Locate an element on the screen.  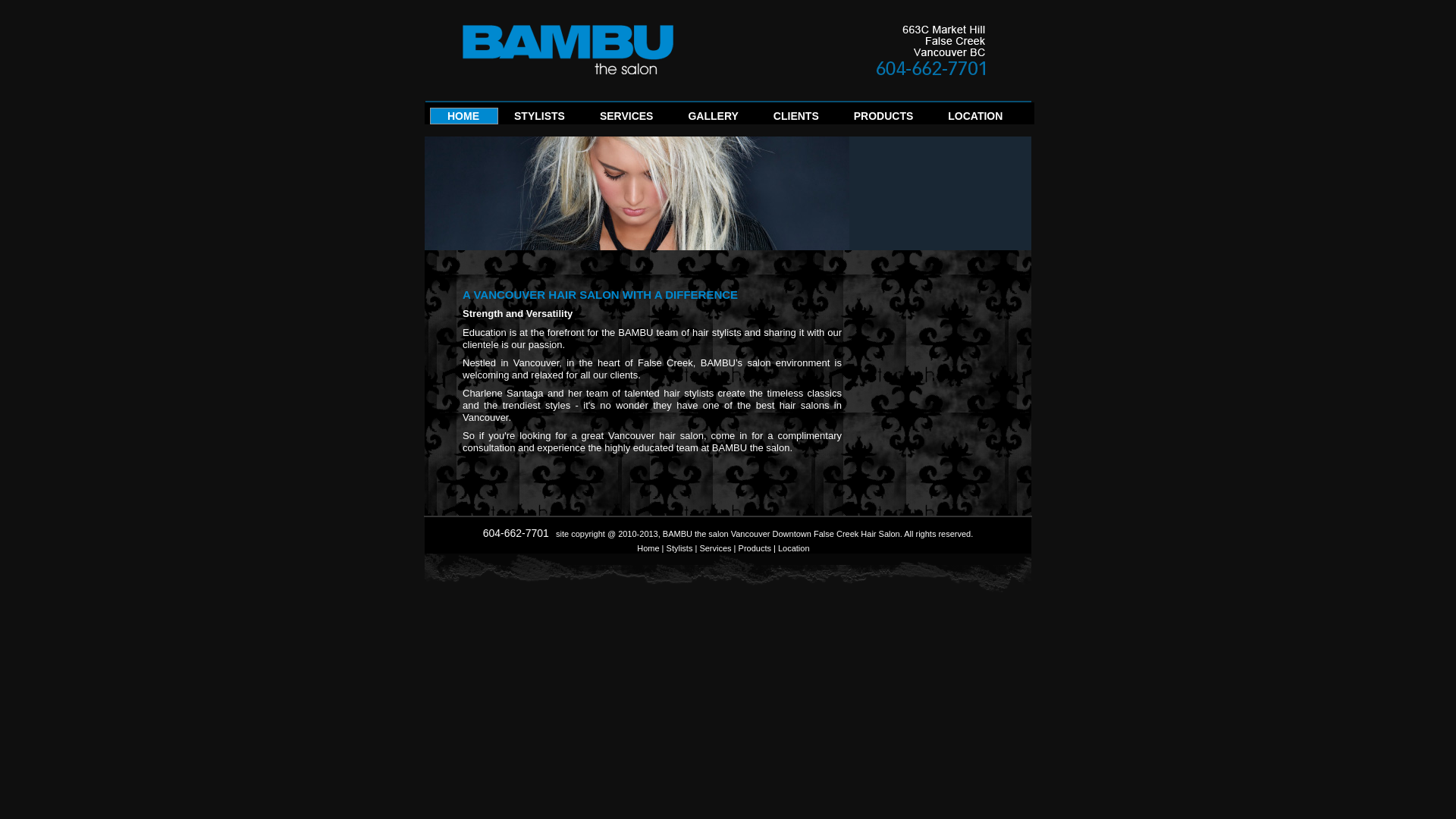
'Stylists' is located at coordinates (666, 548).